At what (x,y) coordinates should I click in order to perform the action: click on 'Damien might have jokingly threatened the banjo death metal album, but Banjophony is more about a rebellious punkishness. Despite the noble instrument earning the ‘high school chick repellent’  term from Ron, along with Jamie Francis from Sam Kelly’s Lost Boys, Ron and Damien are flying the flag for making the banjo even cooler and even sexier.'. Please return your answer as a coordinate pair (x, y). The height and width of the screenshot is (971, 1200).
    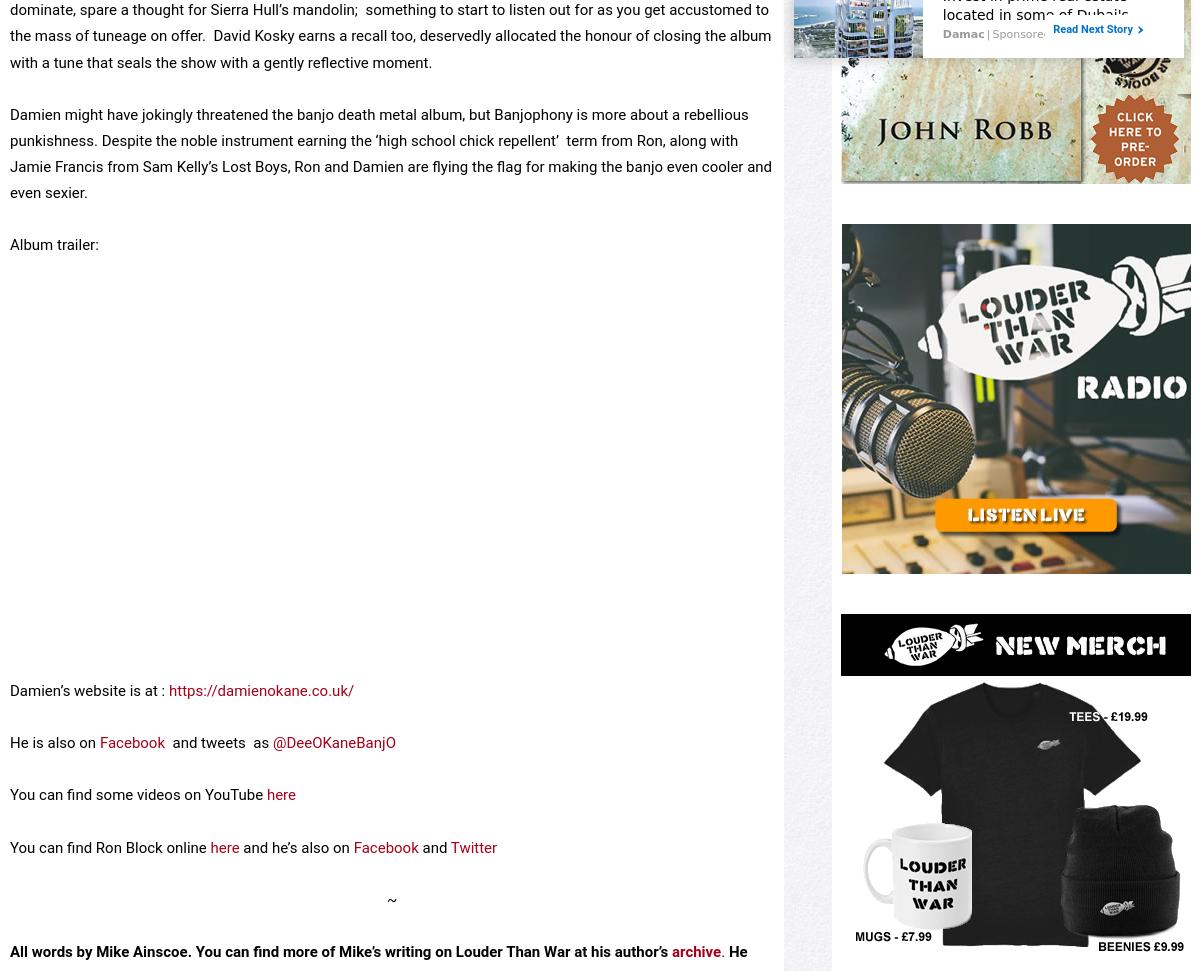
    Looking at the image, I should click on (390, 153).